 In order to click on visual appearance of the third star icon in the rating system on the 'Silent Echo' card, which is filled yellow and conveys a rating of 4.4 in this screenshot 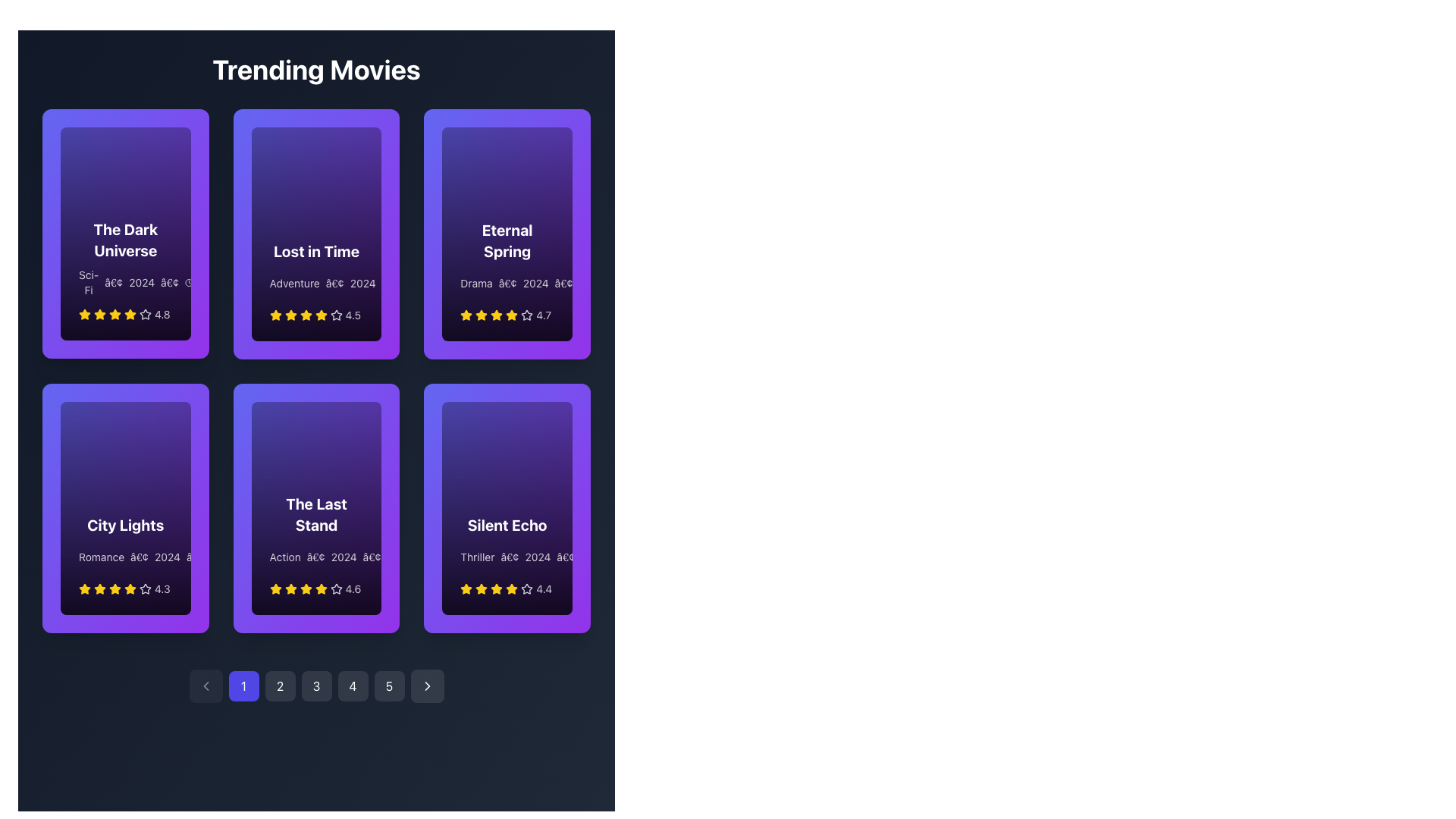, I will do `click(481, 588)`.